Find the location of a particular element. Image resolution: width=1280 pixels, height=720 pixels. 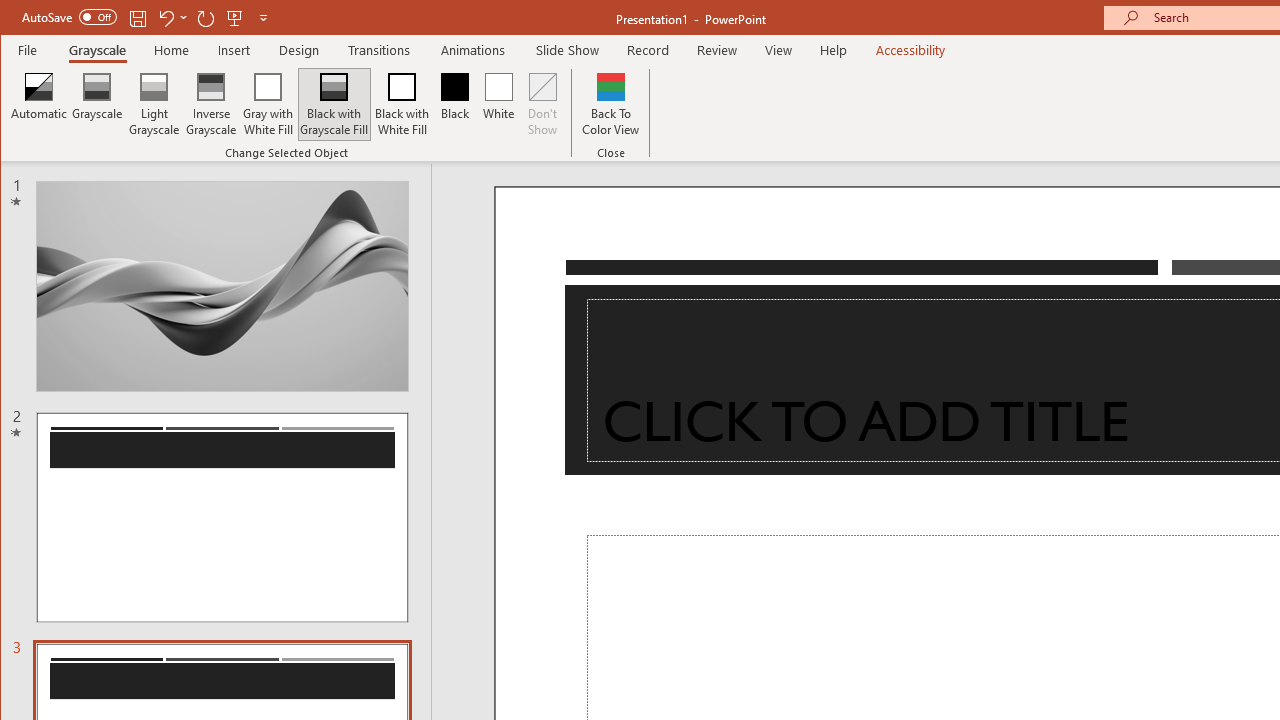

'Light Grayscale' is located at coordinates (153, 104).